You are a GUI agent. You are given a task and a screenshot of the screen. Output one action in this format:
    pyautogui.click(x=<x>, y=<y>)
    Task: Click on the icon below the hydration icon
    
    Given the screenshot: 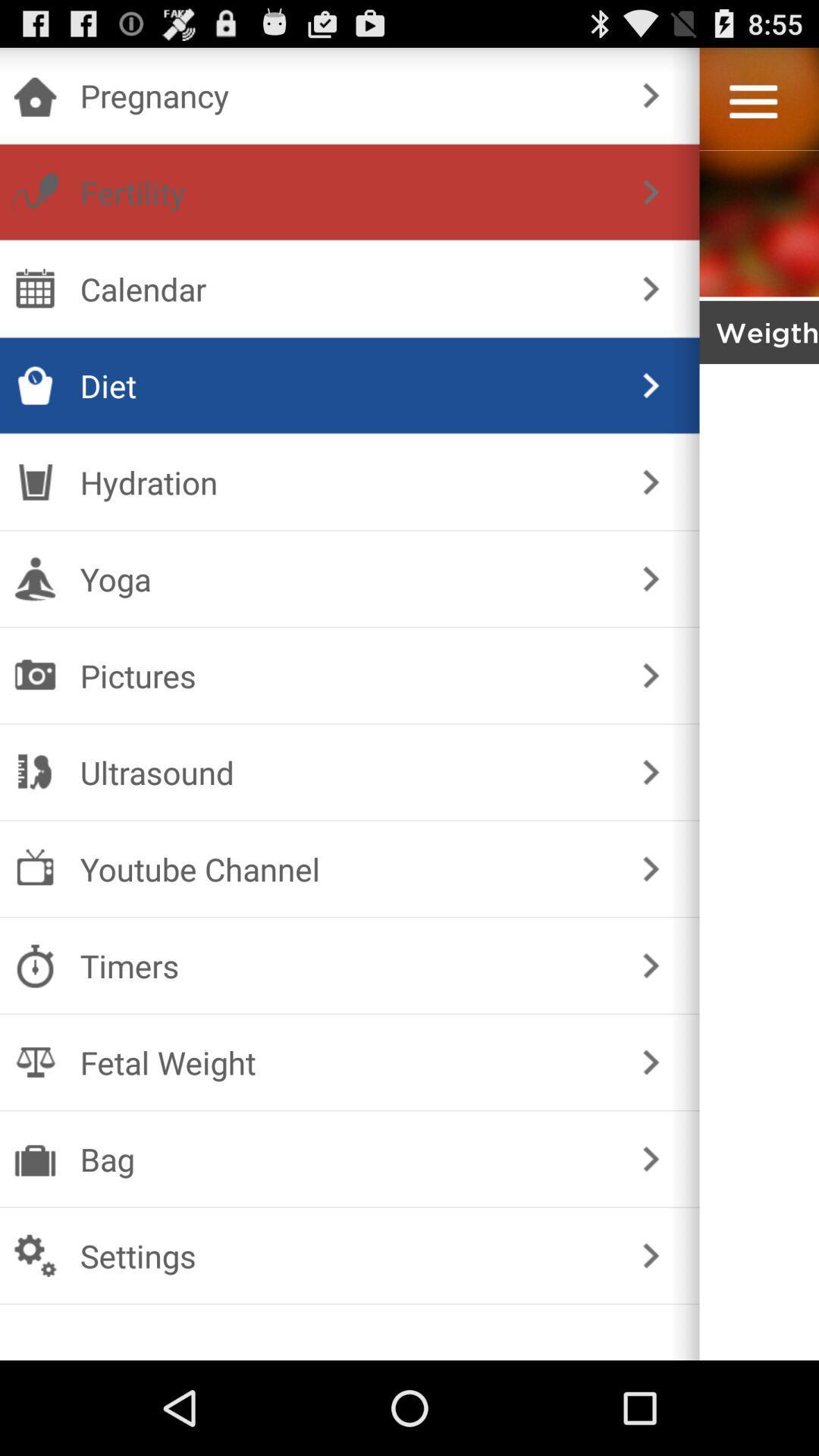 What is the action you would take?
    pyautogui.click(x=347, y=578)
    